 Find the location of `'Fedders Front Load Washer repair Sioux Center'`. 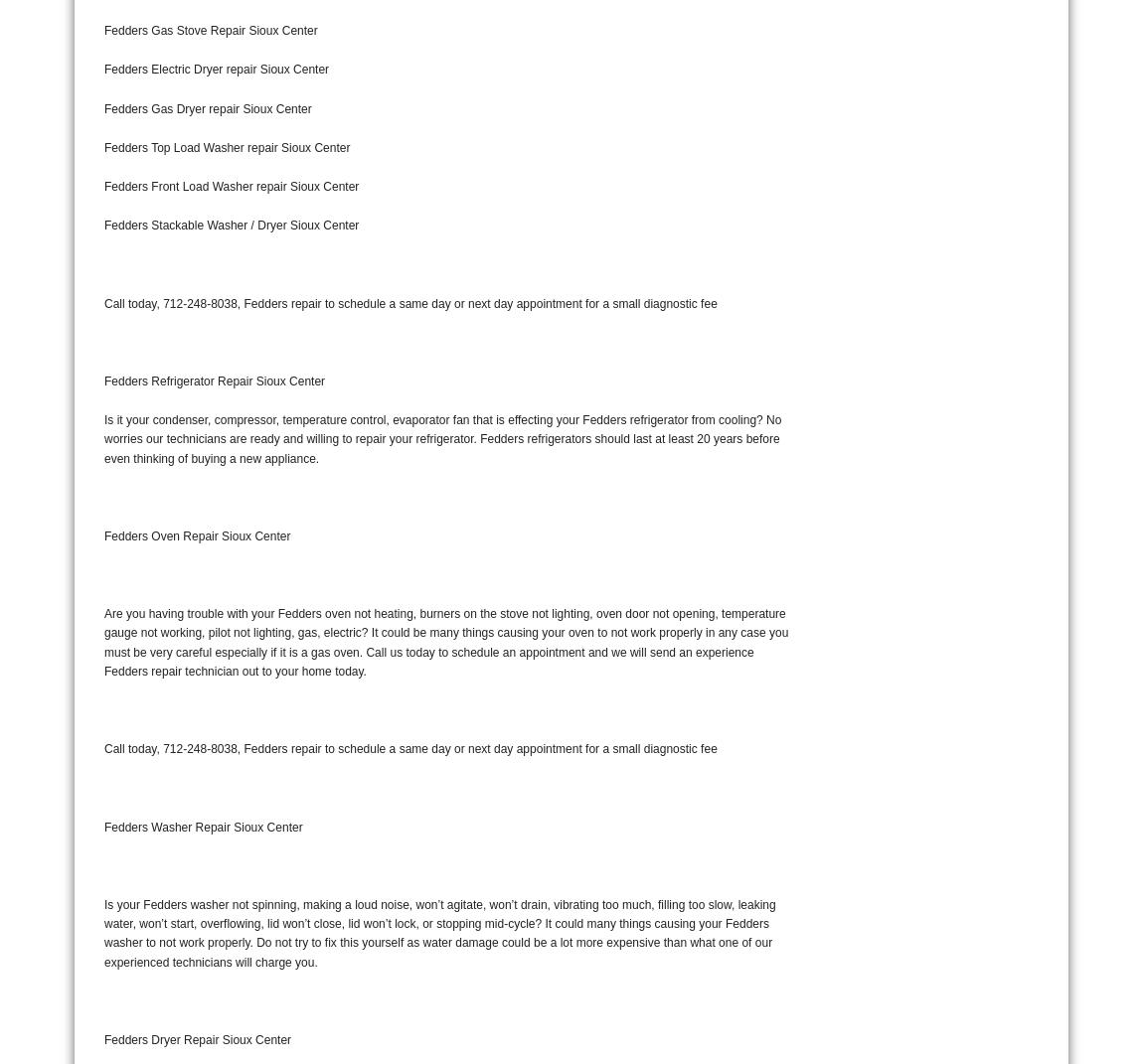

'Fedders Front Load Washer repair Sioux Center' is located at coordinates (102, 185).